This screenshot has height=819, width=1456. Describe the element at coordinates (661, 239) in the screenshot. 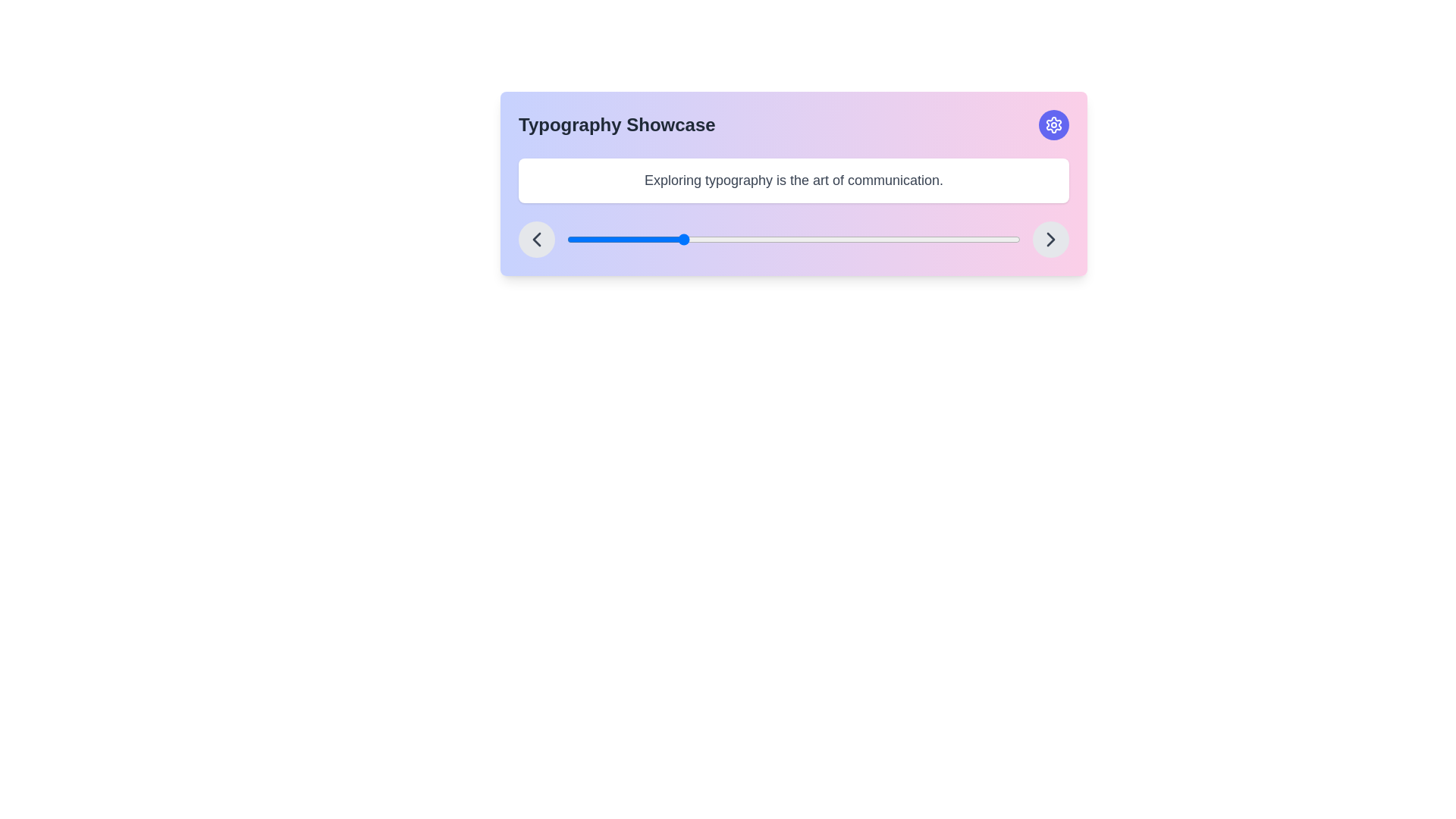

I see `the slider` at that location.